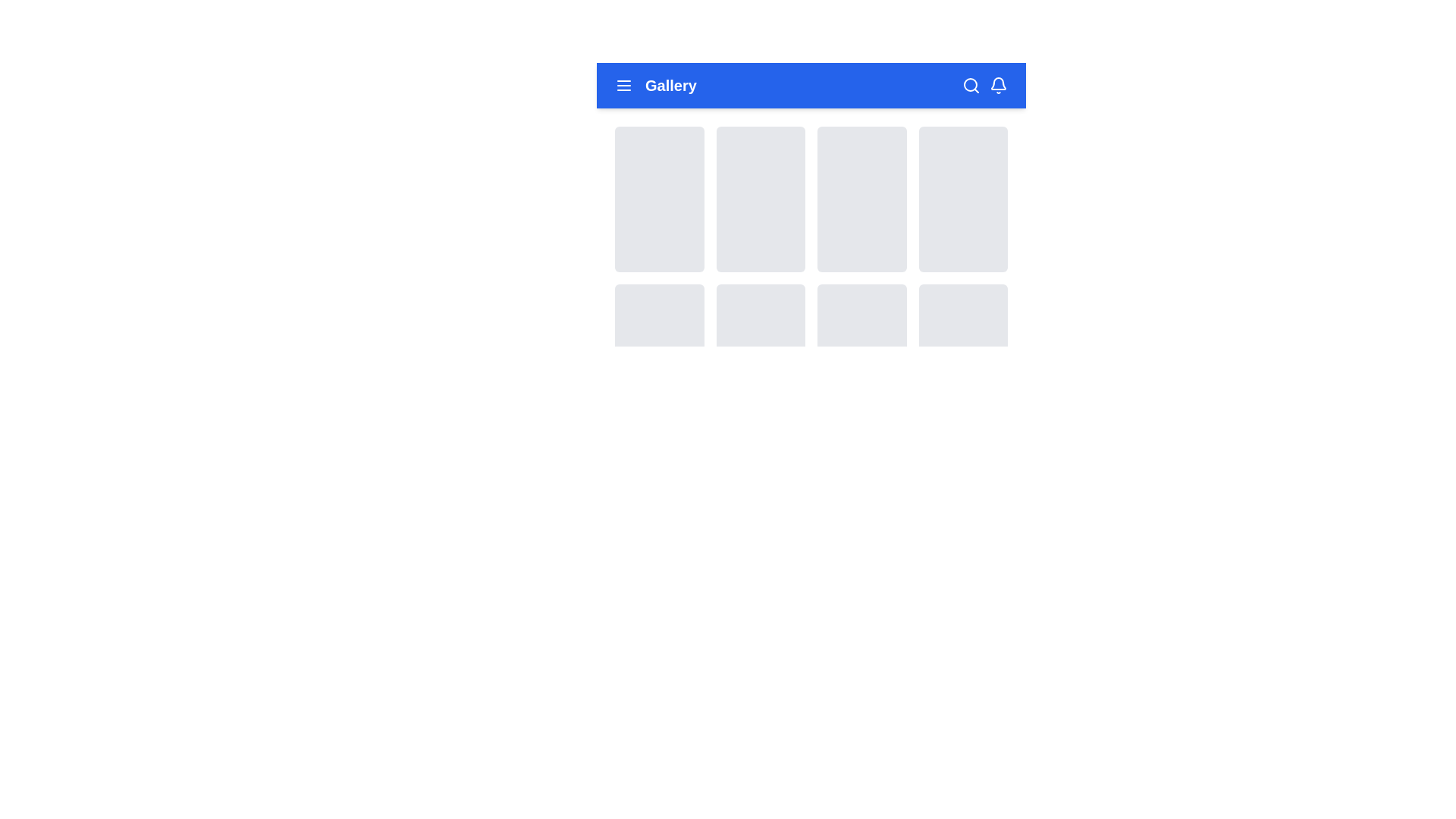 The width and height of the screenshot is (1456, 819). I want to click on the search icon button located in the upper-right corner of the blue navigation bar, immediately to the left of the bell icon, so click(971, 85).